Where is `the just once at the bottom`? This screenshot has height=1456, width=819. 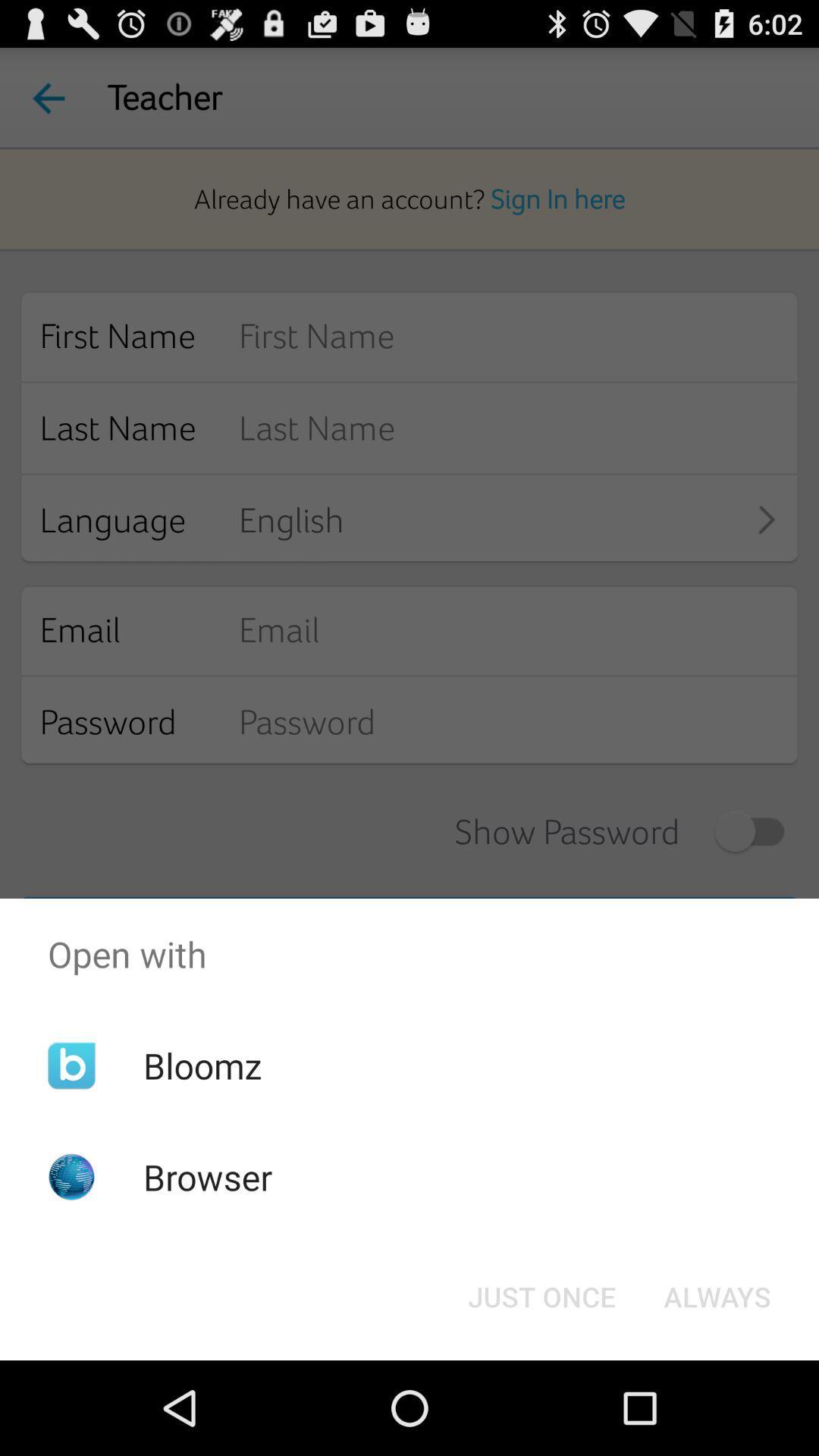
the just once at the bottom is located at coordinates (541, 1295).